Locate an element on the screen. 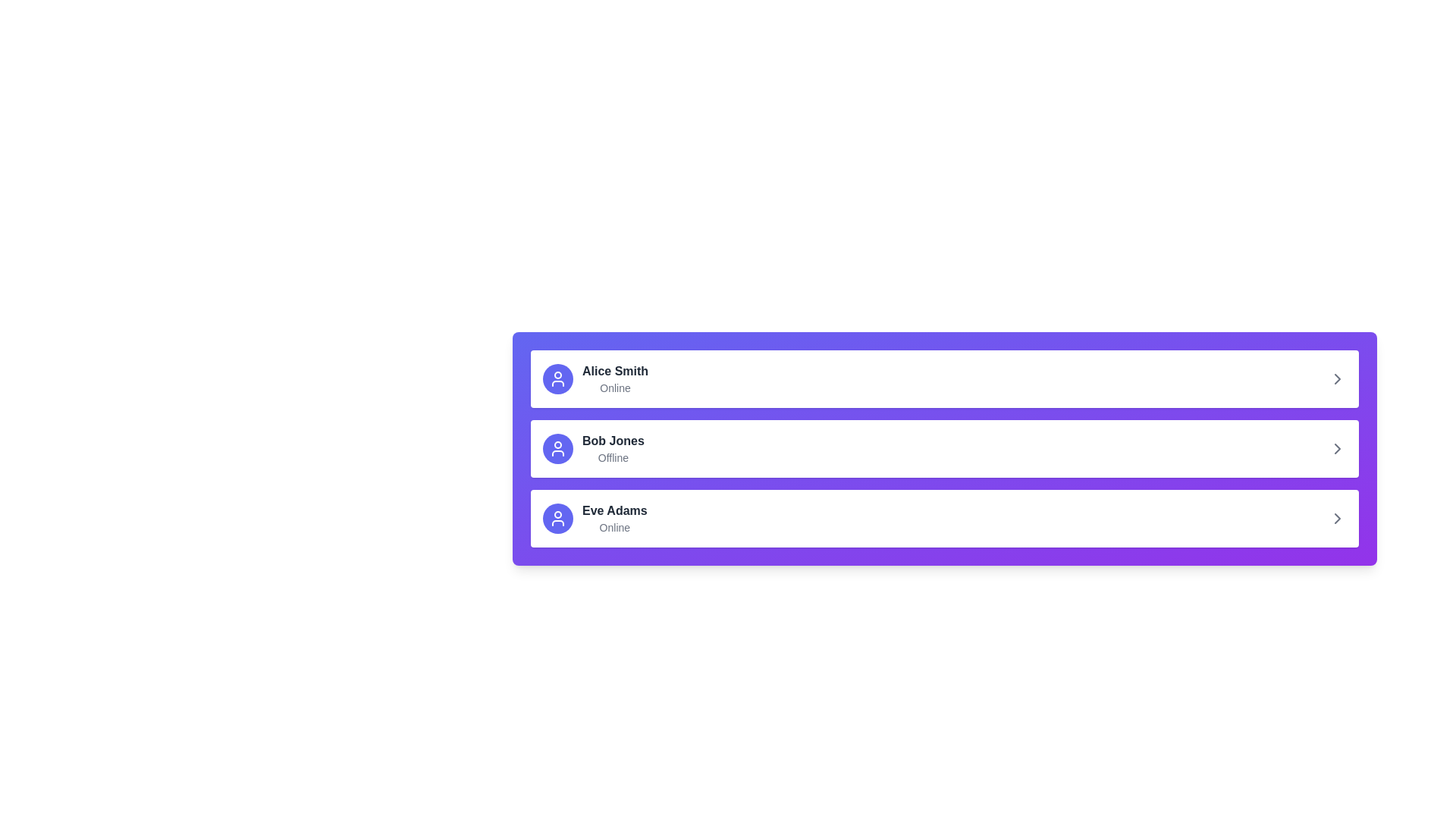 Image resolution: width=1456 pixels, height=819 pixels. the user entry for 'Bob Jones', which is the second item in the user list, featuring a profile avatar, the name in bold, and a status of 'Offline' is located at coordinates (944, 447).